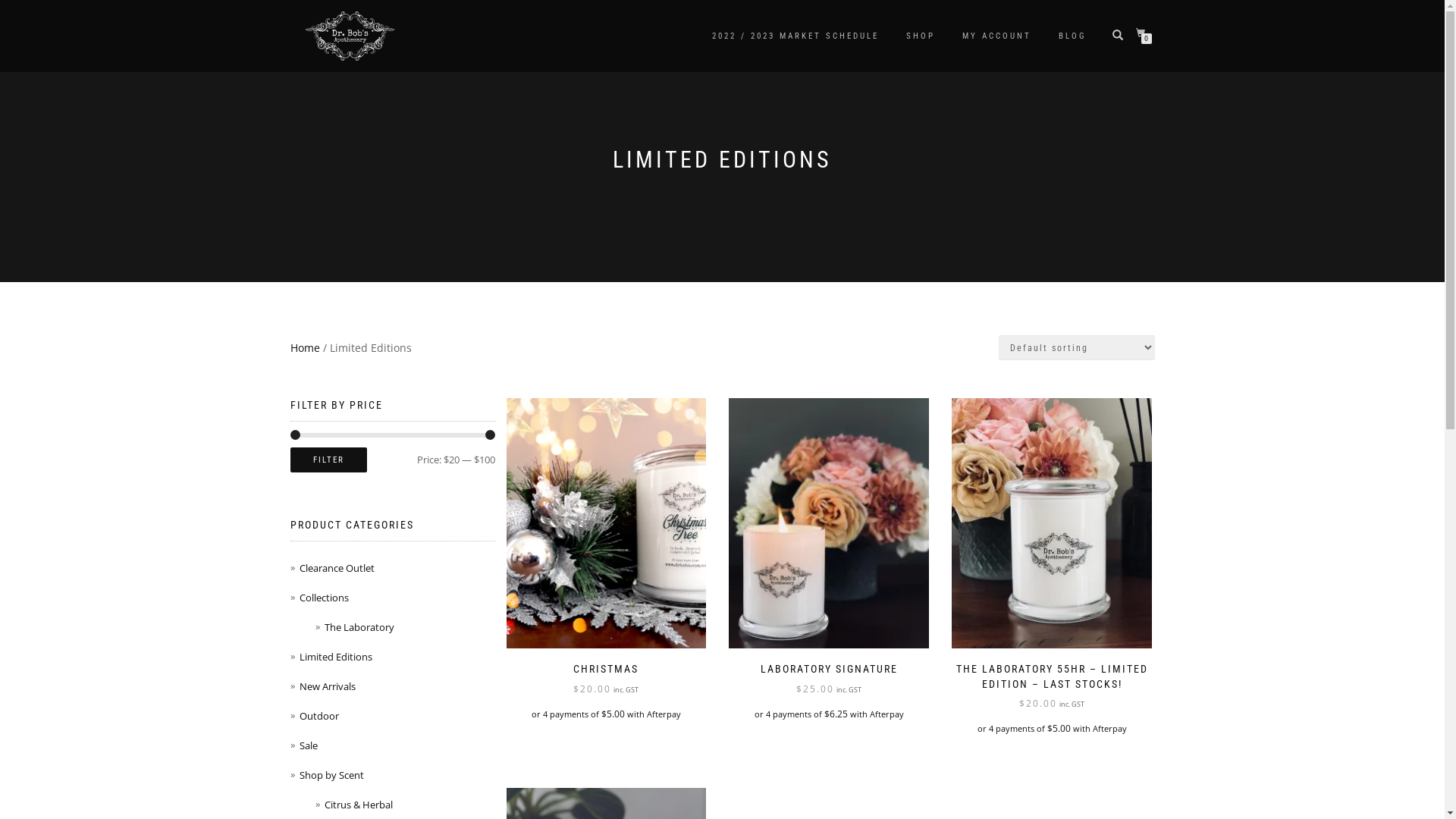  Describe the element at coordinates (318, 716) in the screenshot. I see `'Outdoor'` at that location.